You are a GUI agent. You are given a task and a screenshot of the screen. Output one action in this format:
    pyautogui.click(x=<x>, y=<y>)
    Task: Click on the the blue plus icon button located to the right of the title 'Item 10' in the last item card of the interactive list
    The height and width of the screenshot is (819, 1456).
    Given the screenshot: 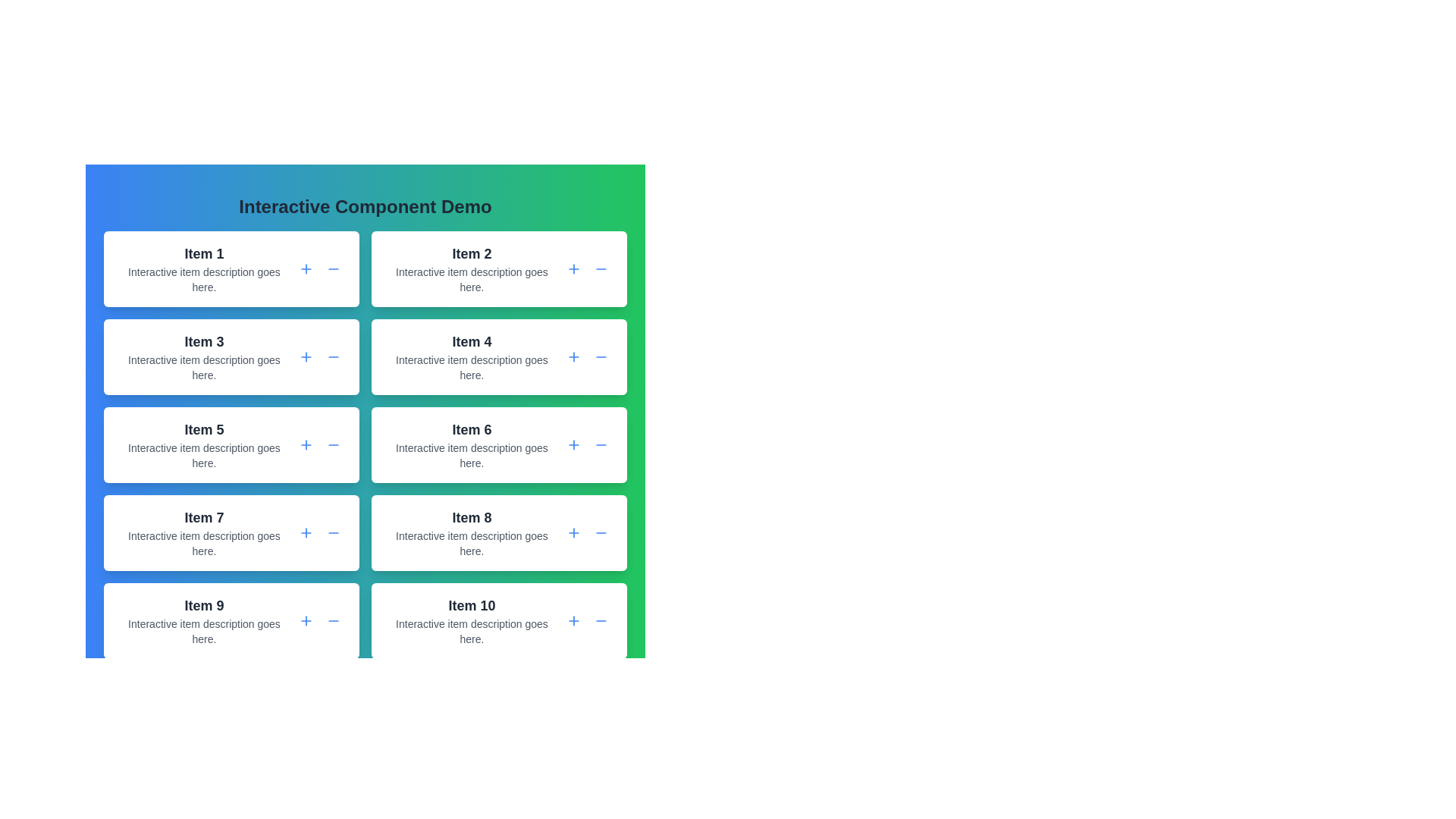 What is the action you would take?
    pyautogui.click(x=573, y=620)
    